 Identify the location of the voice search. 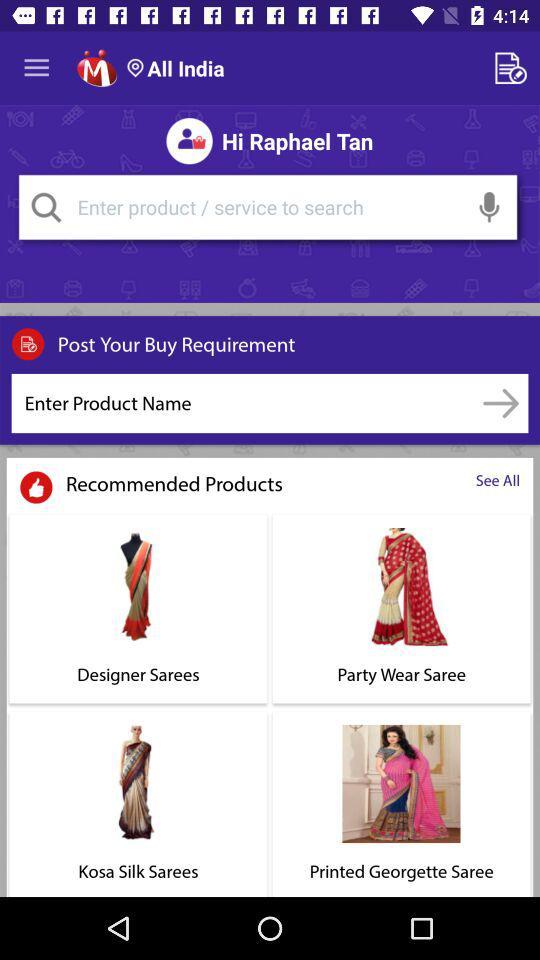
(488, 207).